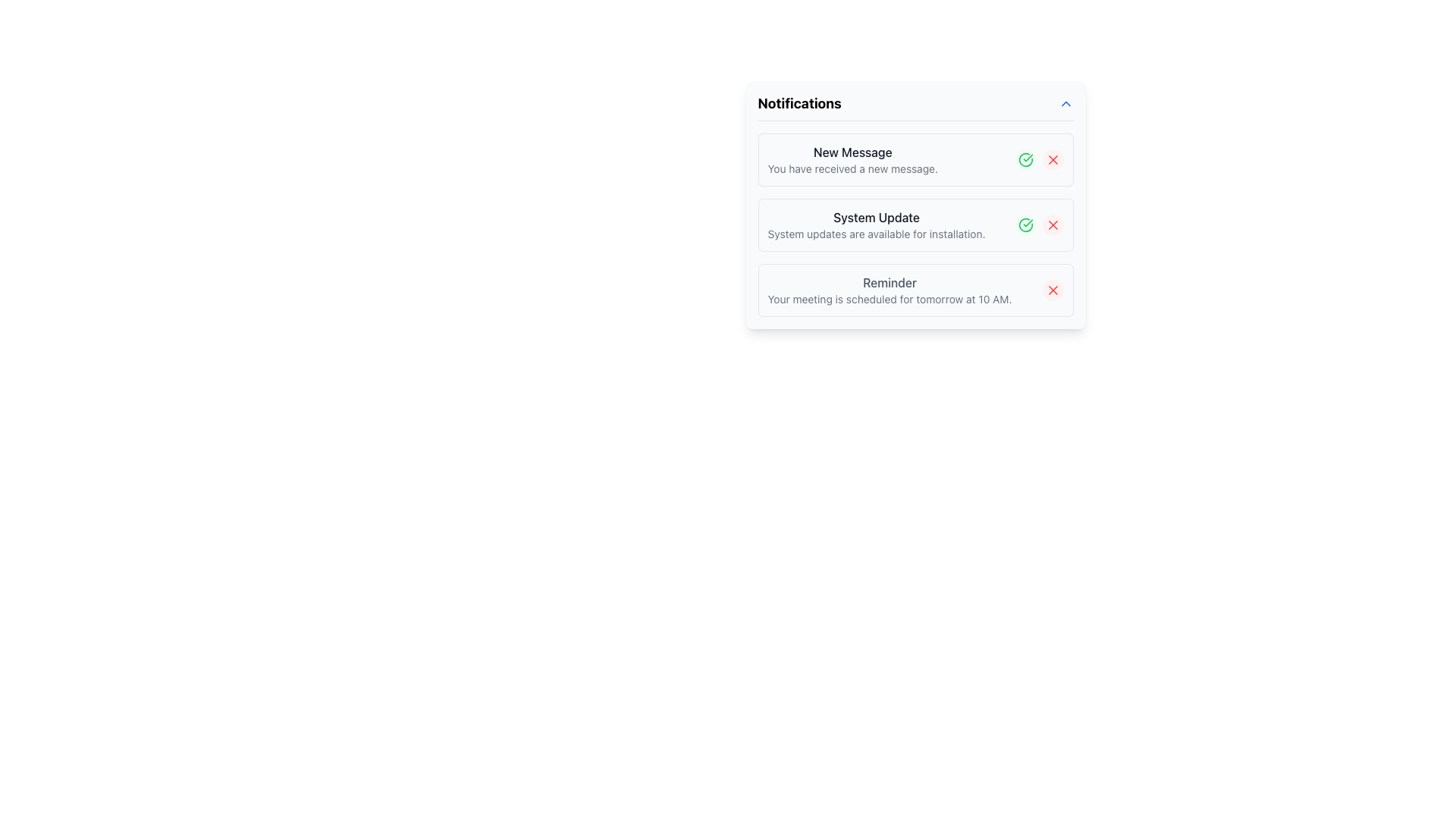  What do you see at coordinates (1025, 160) in the screenshot?
I see `the green circular icon with a checkmark located in the second row of the notification list next to 'System Update' to trigger a tooltip` at bounding box center [1025, 160].